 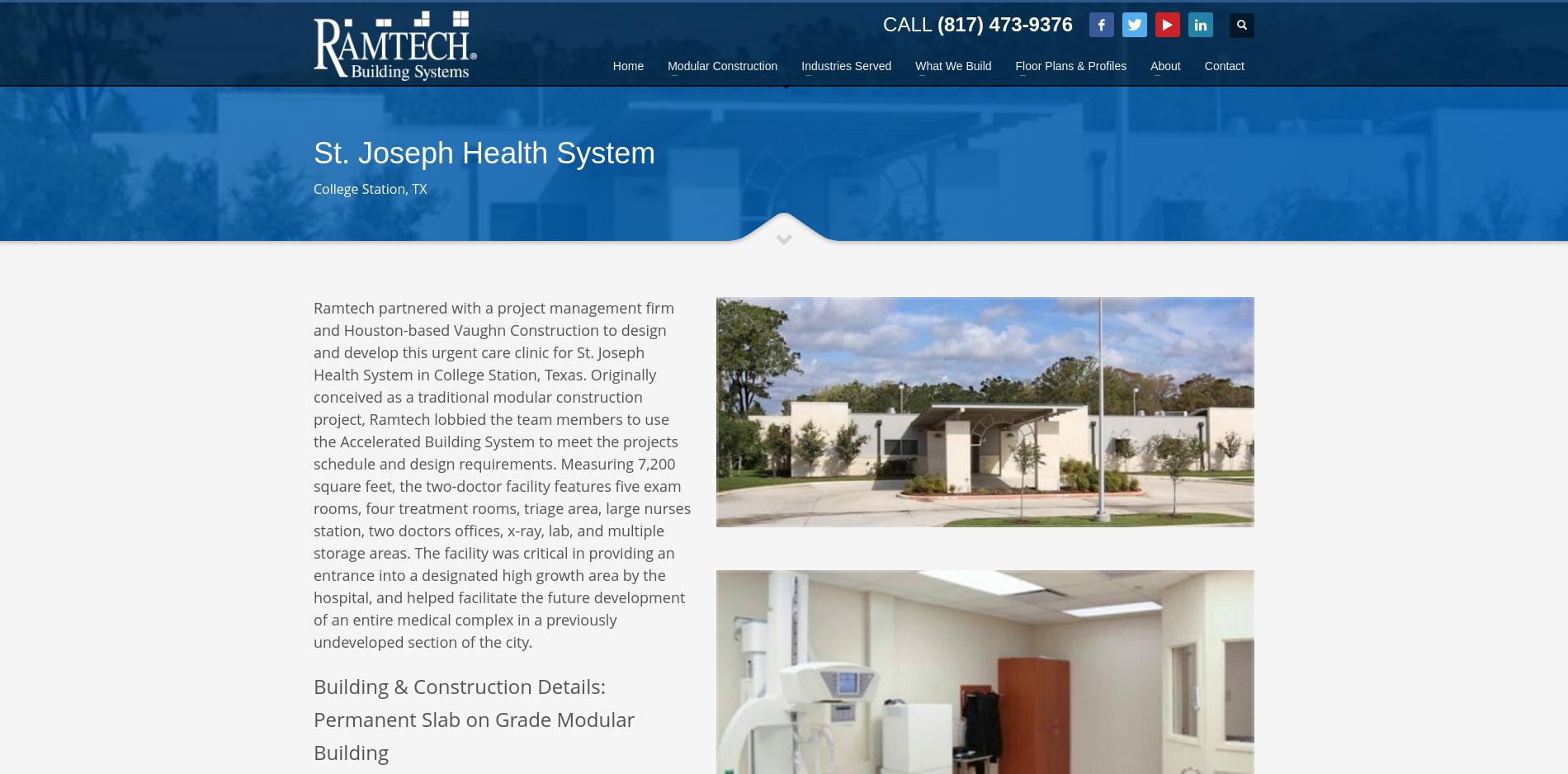 What do you see at coordinates (1204, 66) in the screenshot?
I see `'Contact'` at bounding box center [1204, 66].